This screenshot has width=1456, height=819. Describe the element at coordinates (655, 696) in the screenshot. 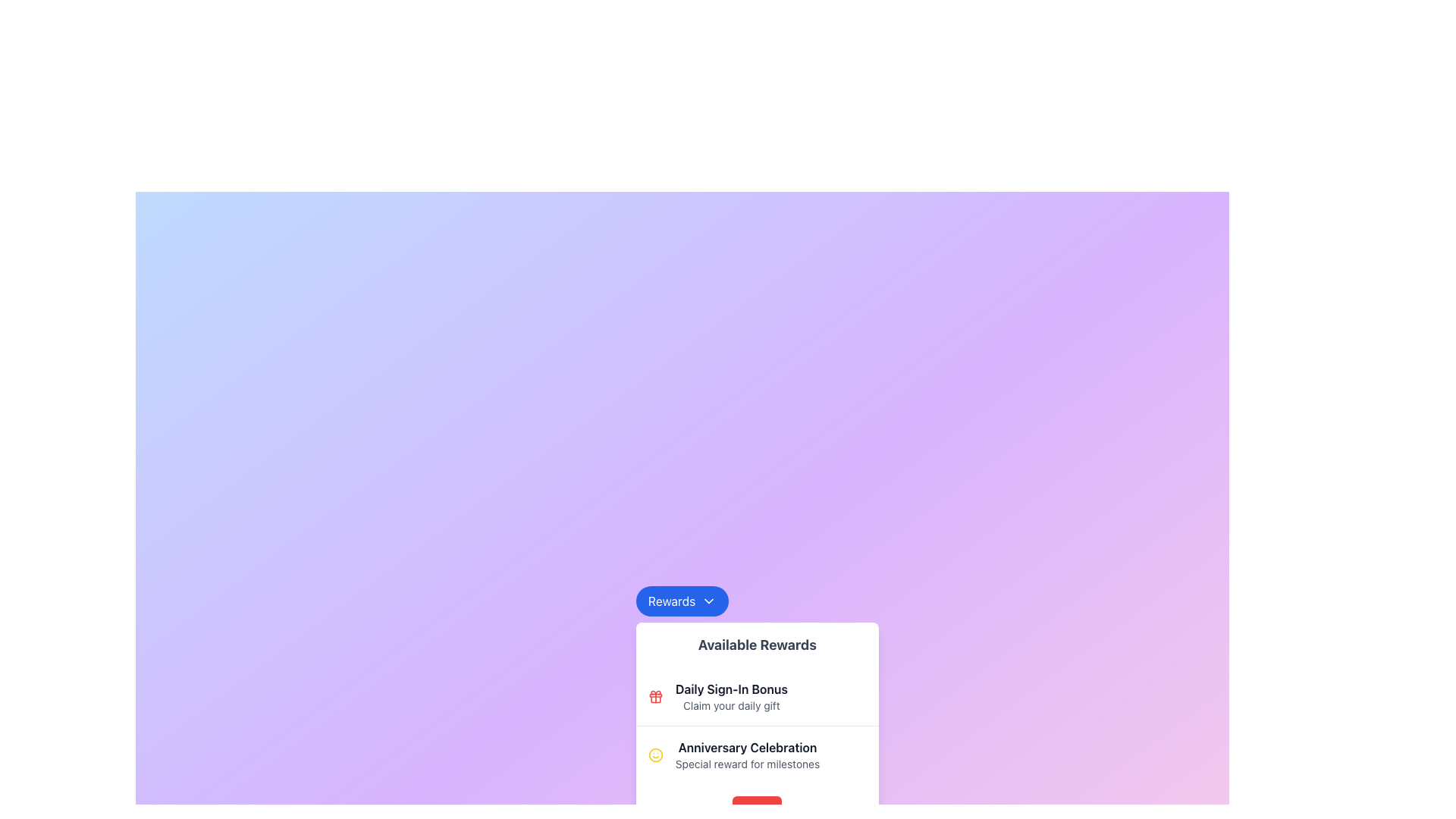

I see `the Daily Sign-In Bonus icon located at the top left corner of the list item in the Available Rewards popup` at that location.